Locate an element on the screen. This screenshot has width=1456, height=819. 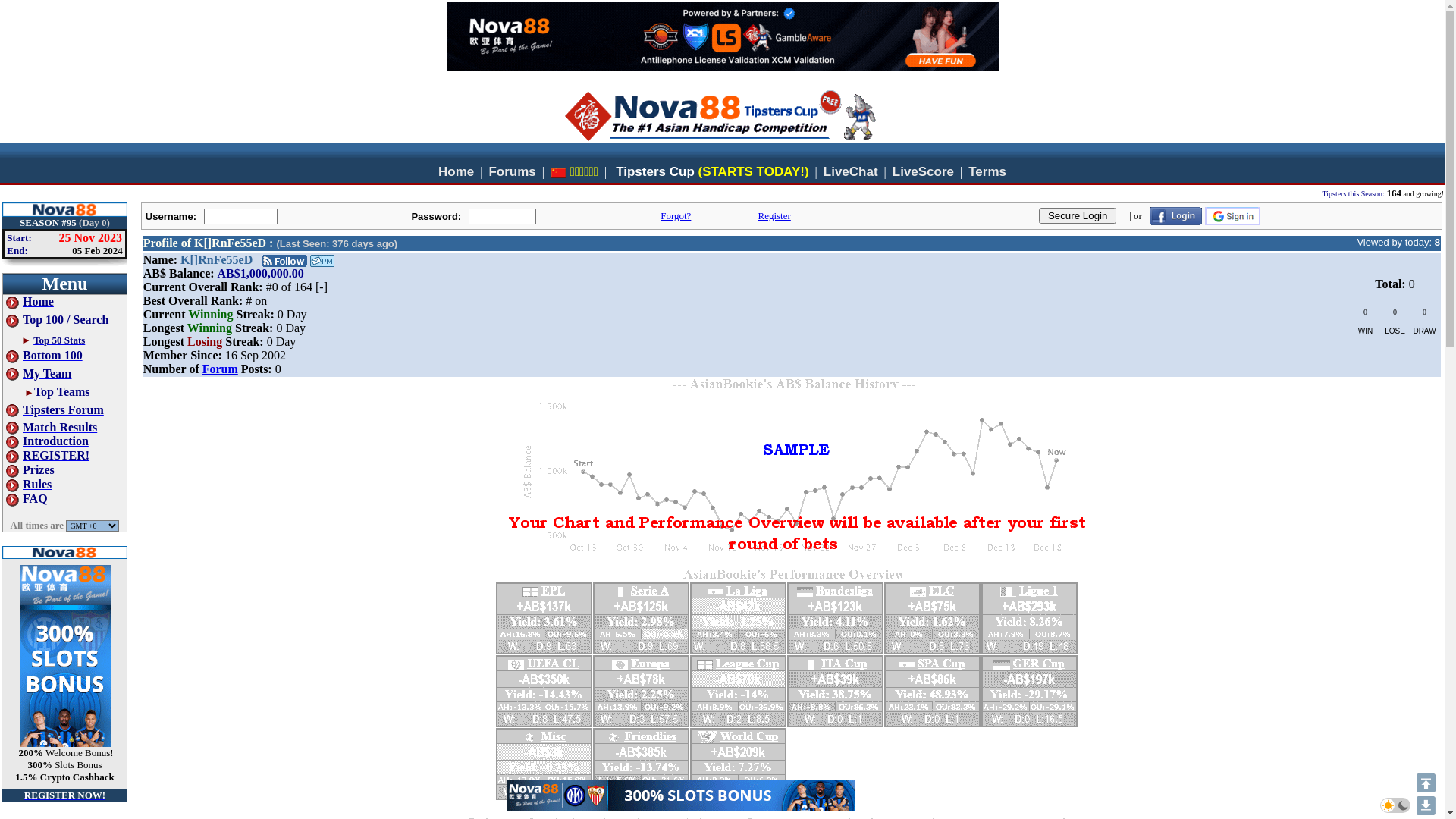
'Register' is located at coordinates (773, 215).